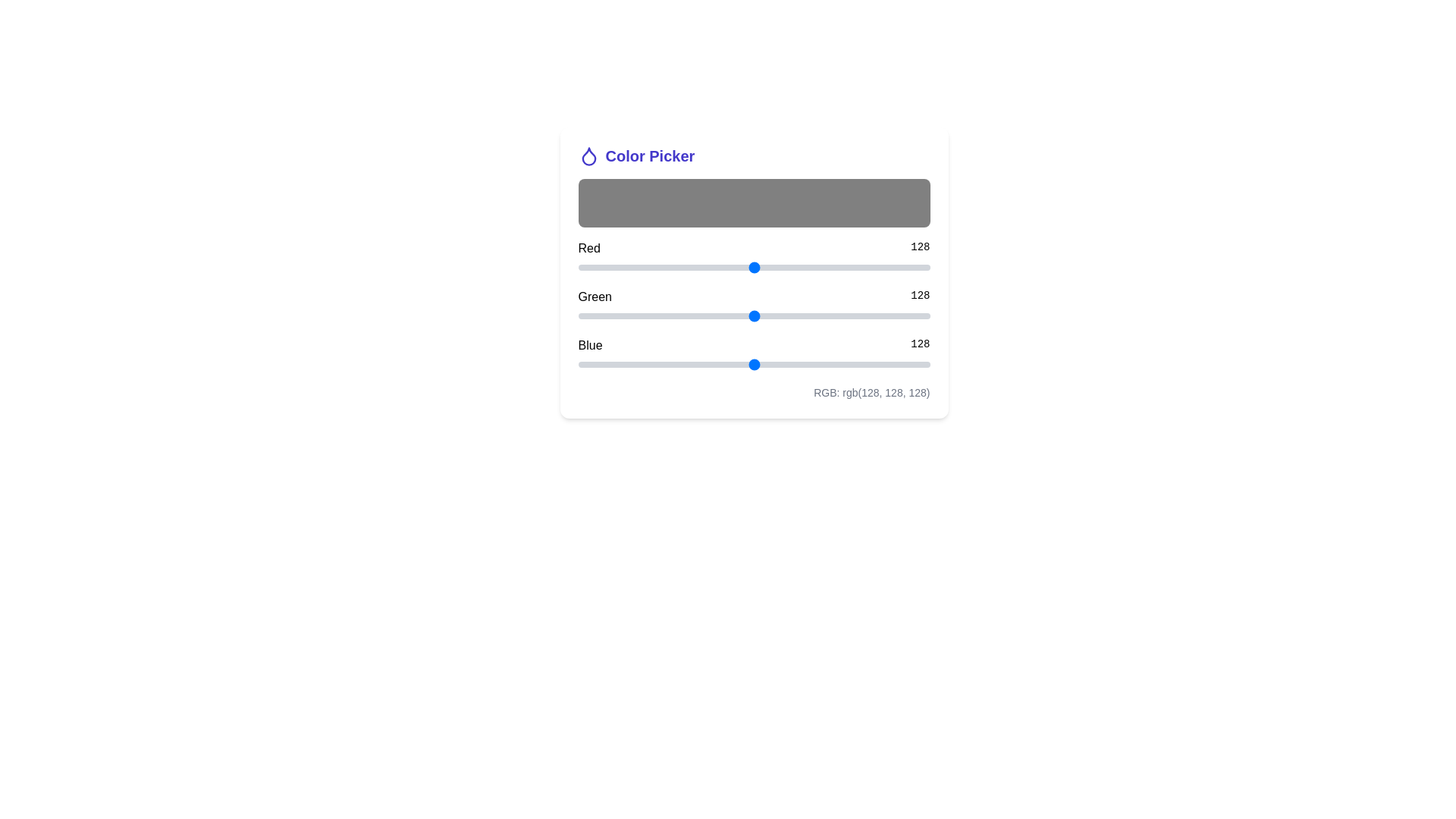 The image size is (1456, 819). I want to click on the Green slider to set the green component to 124, so click(749, 315).